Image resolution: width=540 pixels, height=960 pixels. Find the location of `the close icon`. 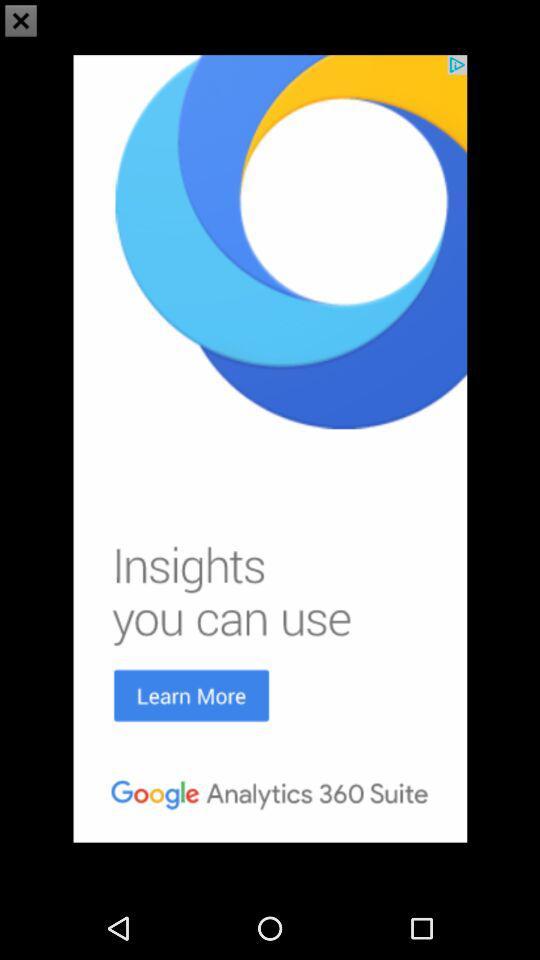

the close icon is located at coordinates (20, 21).